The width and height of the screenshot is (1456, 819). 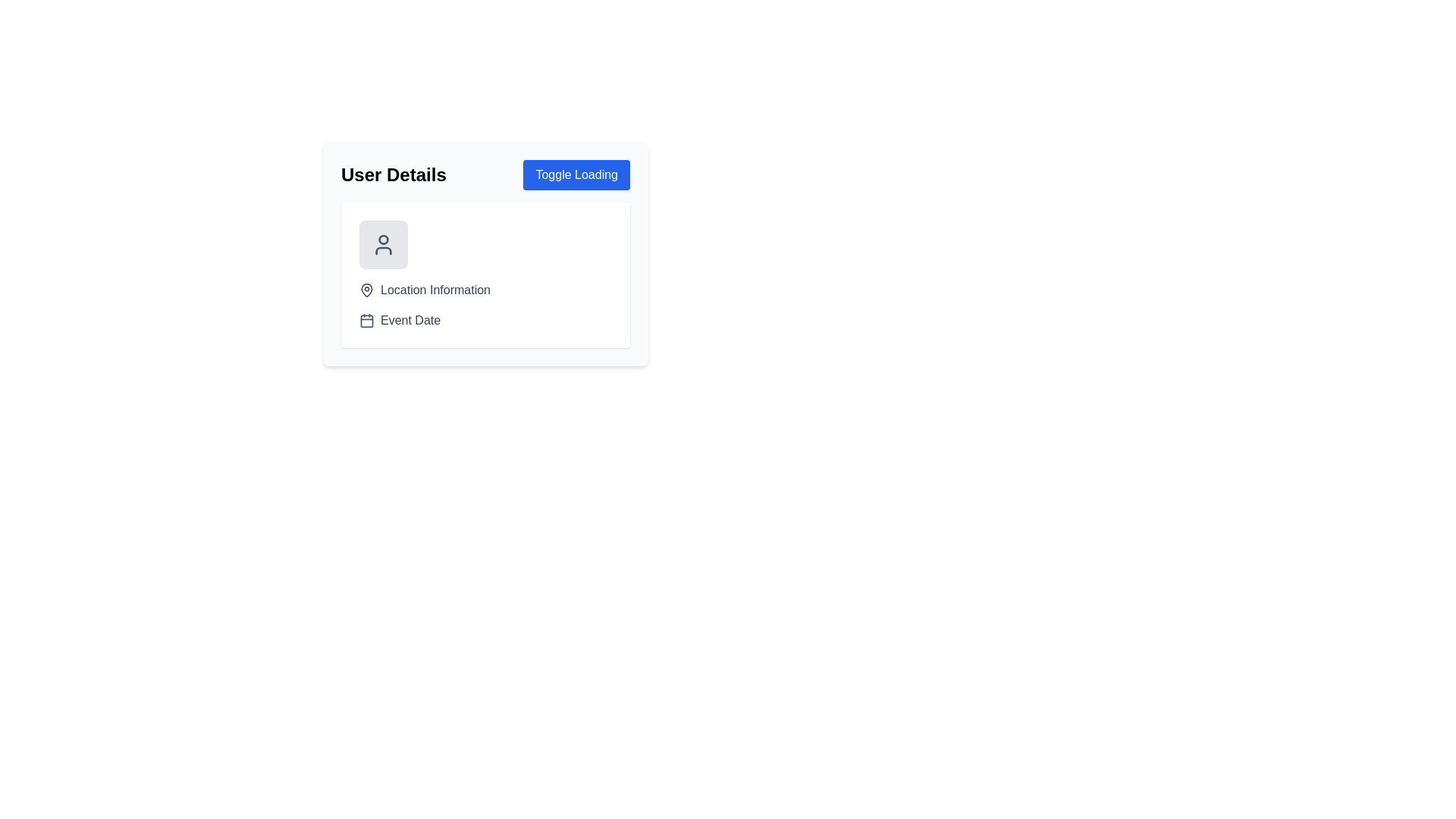 What do you see at coordinates (485, 290) in the screenshot?
I see `the label or heading with an associated icon located below the 'User Details' header and above the 'Event Date' element` at bounding box center [485, 290].